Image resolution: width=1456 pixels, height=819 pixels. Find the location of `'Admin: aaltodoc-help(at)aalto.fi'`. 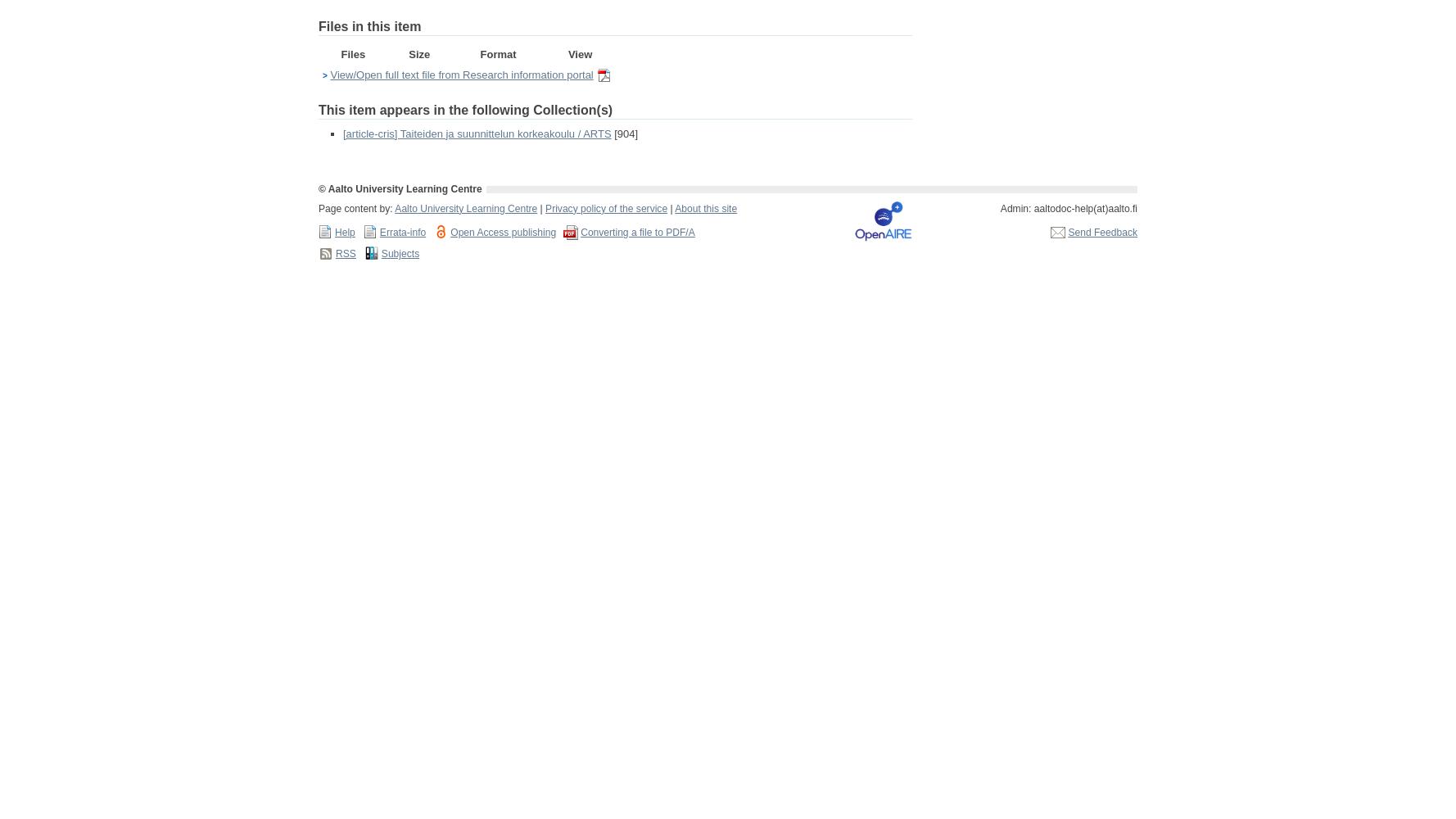

'Admin: aaltodoc-help(at)aalto.fi' is located at coordinates (1069, 208).